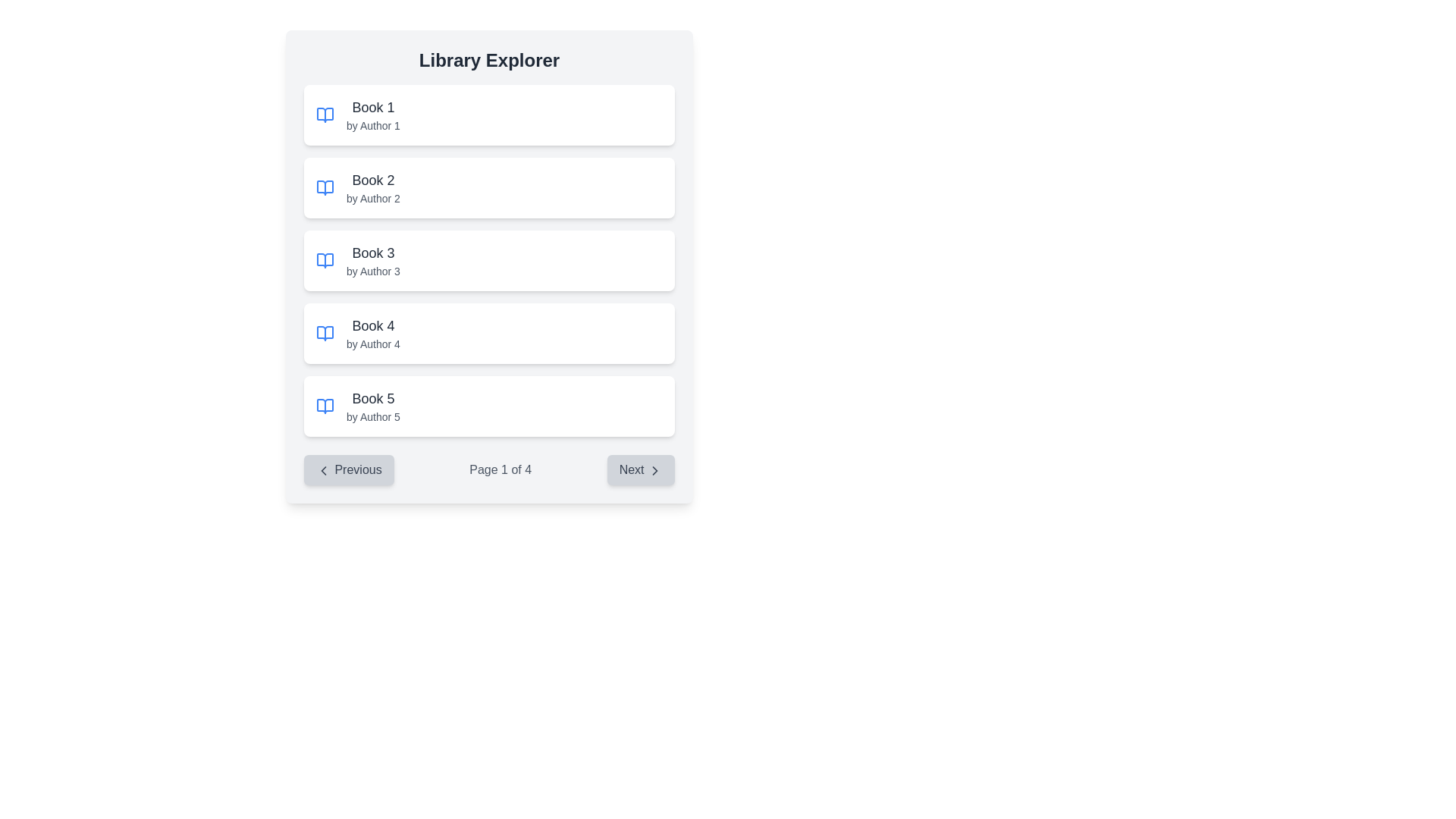  I want to click on text label styled in small gray font that reads 'by Author 3', located directly below the title 'Book 3' in the 'Library Explorer' interface, so click(373, 271).